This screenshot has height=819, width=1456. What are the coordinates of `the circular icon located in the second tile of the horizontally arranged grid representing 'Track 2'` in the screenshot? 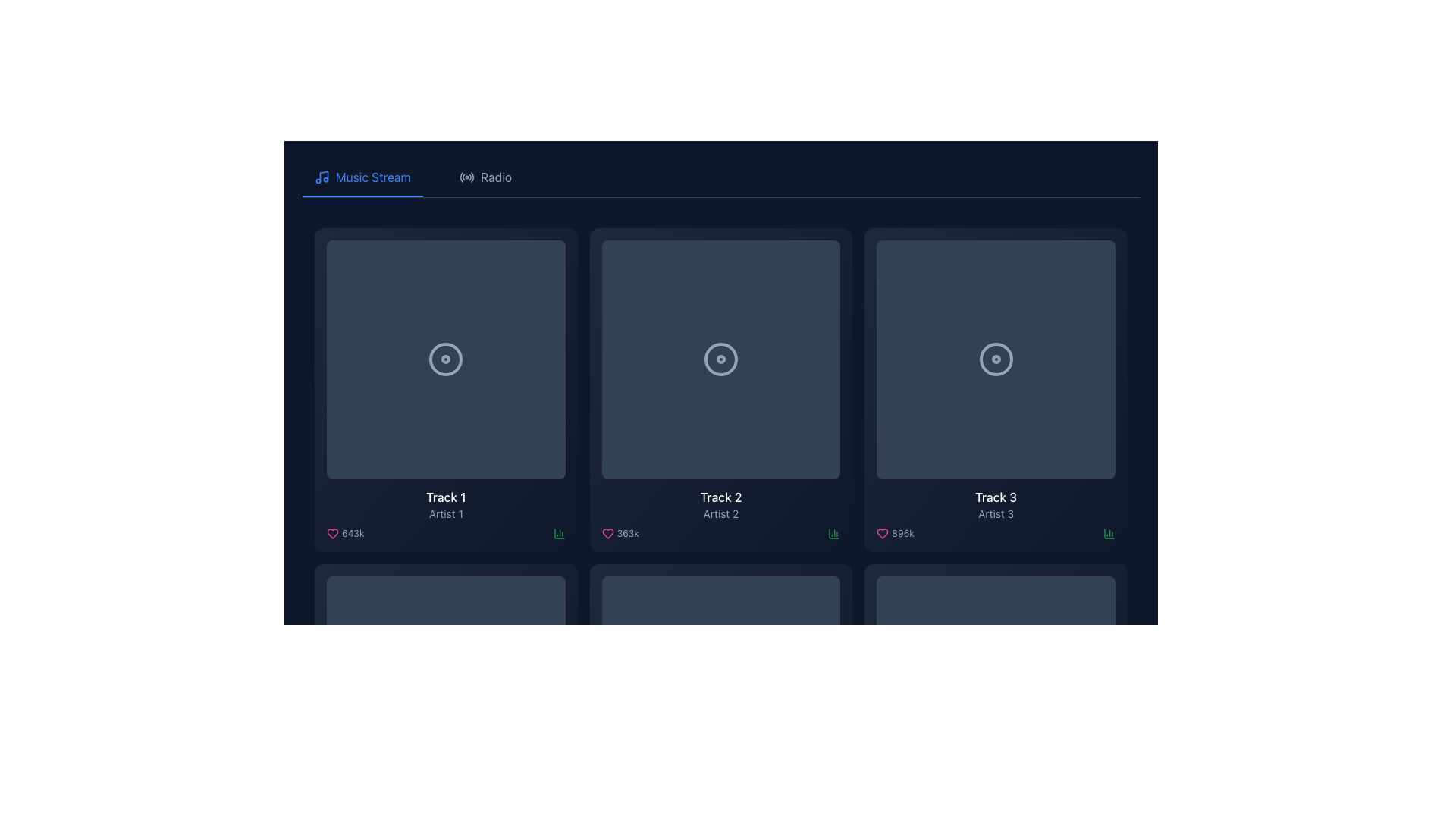 It's located at (720, 359).